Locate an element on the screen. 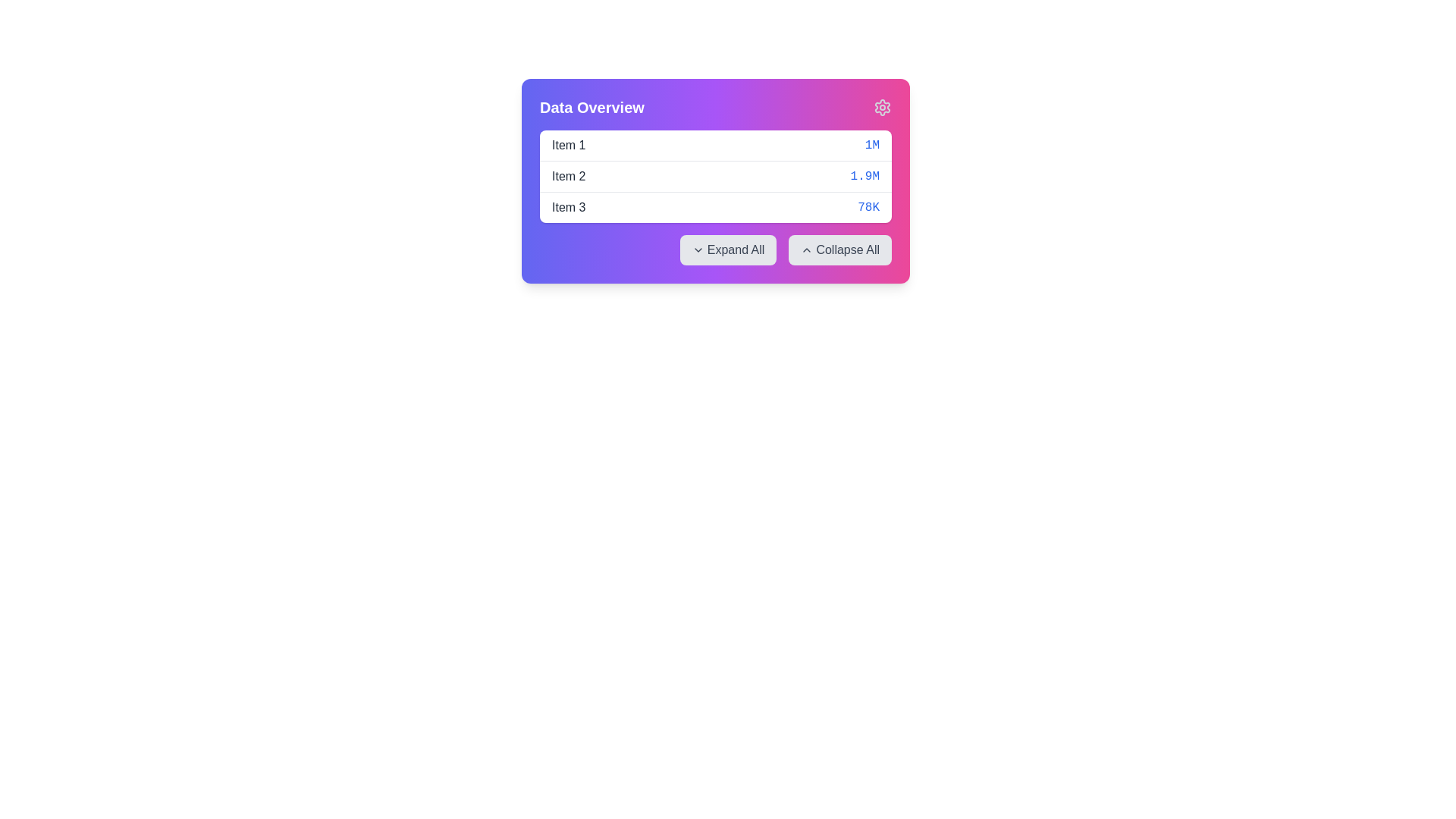 The height and width of the screenshot is (819, 1456). the first row of the data entry list item that summarizes information about 'Item 1' within the 'Data Overview' card is located at coordinates (715, 146).